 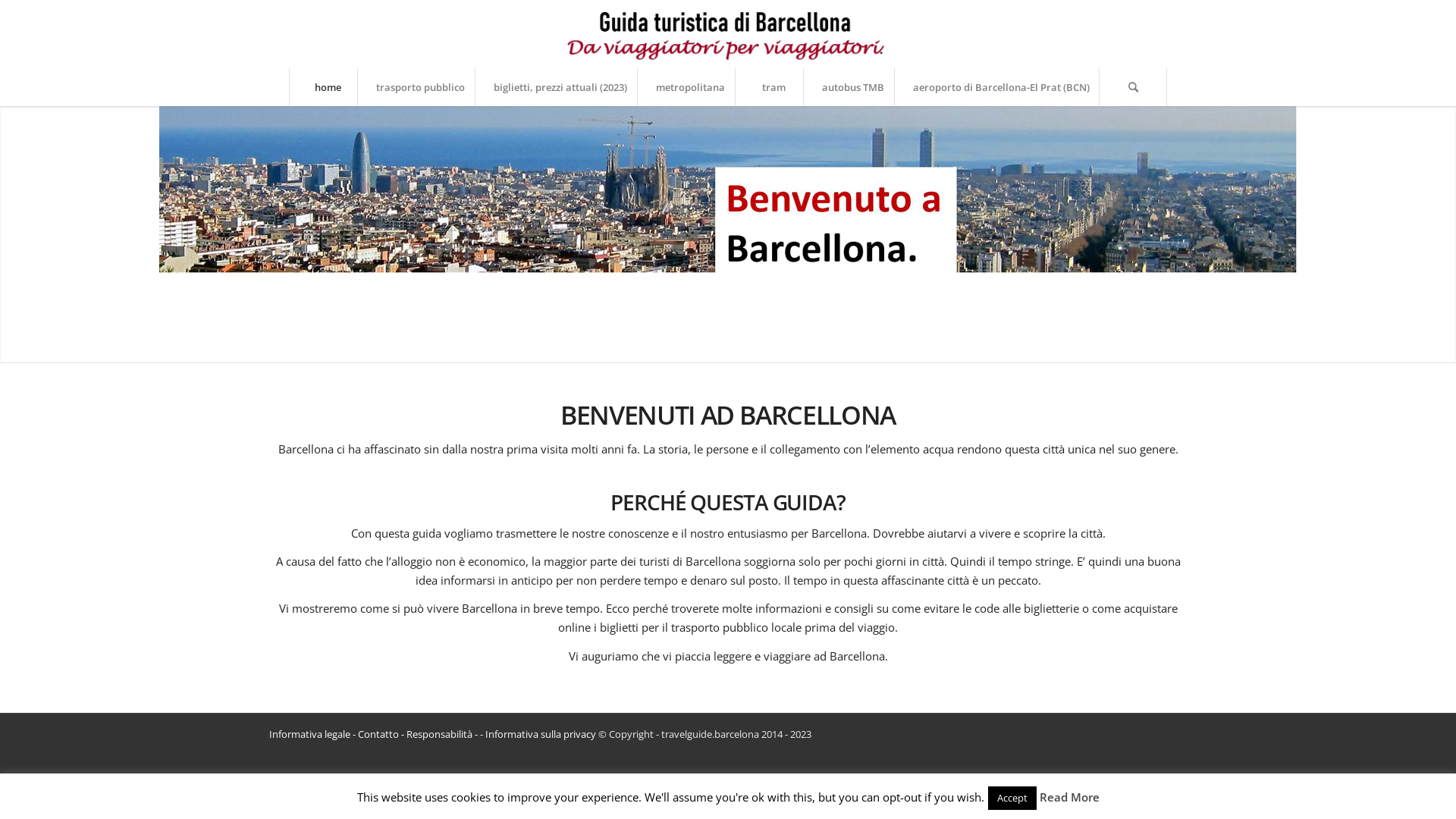 I want to click on 'Read More', so click(x=1068, y=795).